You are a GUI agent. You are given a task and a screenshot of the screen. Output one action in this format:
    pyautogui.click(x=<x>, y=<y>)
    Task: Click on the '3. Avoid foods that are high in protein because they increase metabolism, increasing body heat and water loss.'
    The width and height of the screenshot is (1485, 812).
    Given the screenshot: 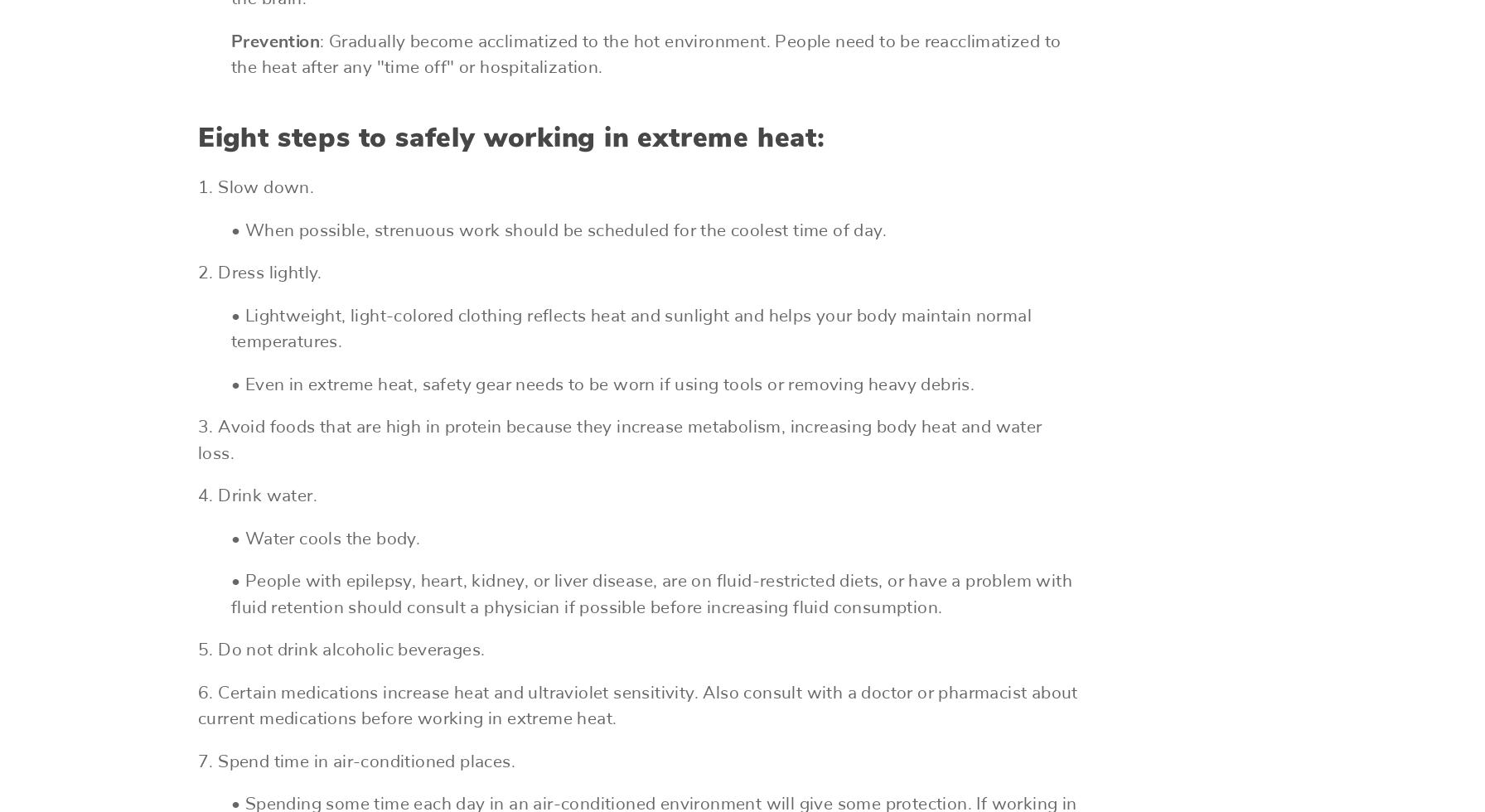 What is the action you would take?
    pyautogui.click(x=619, y=439)
    